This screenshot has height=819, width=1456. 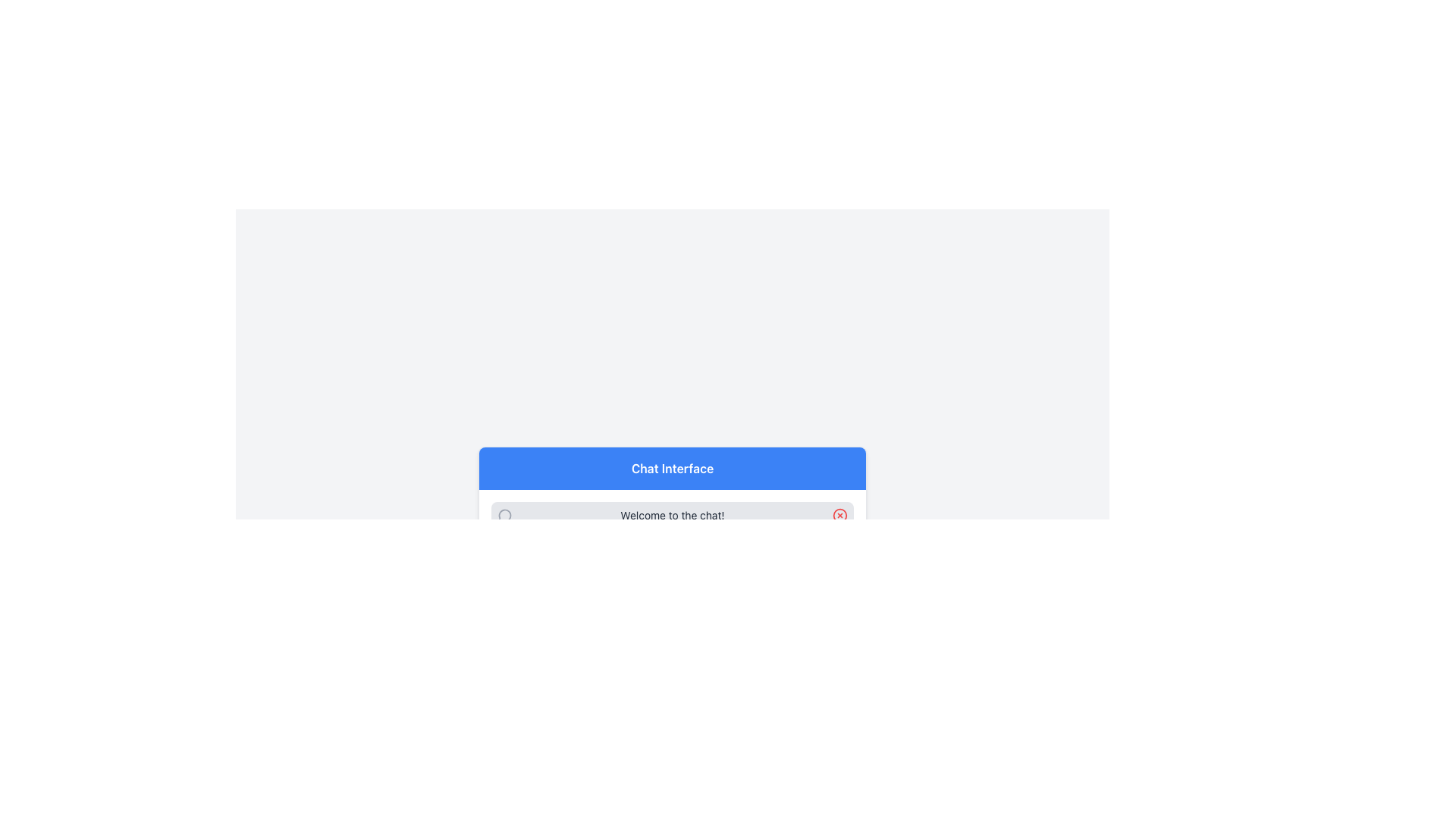 I want to click on the static text label located in the center-left region of the chat interface, which greets or informs users about the context of the chat, so click(x=672, y=514).